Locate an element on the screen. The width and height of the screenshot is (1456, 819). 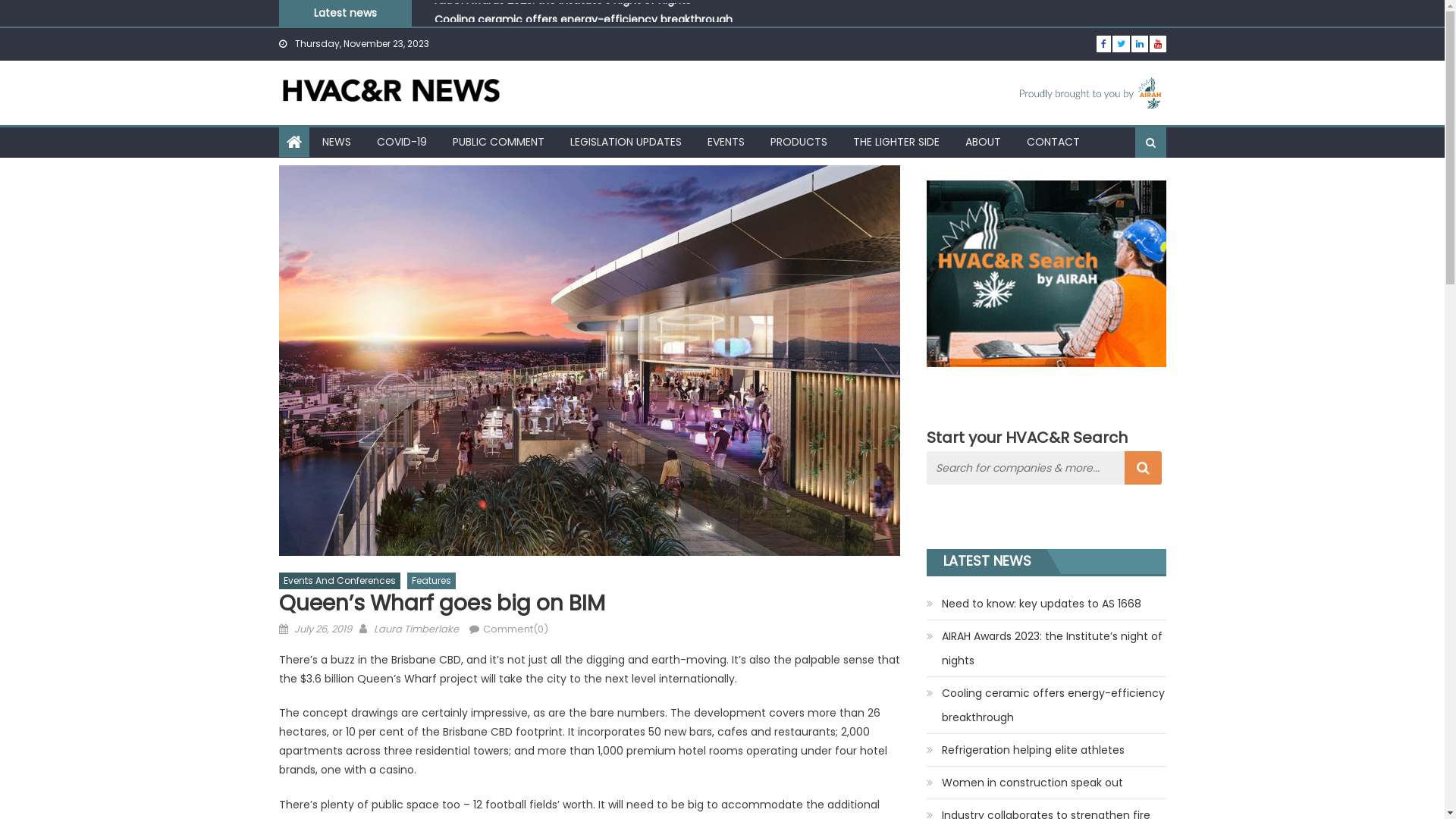
'NEWS' is located at coordinates (309, 141).